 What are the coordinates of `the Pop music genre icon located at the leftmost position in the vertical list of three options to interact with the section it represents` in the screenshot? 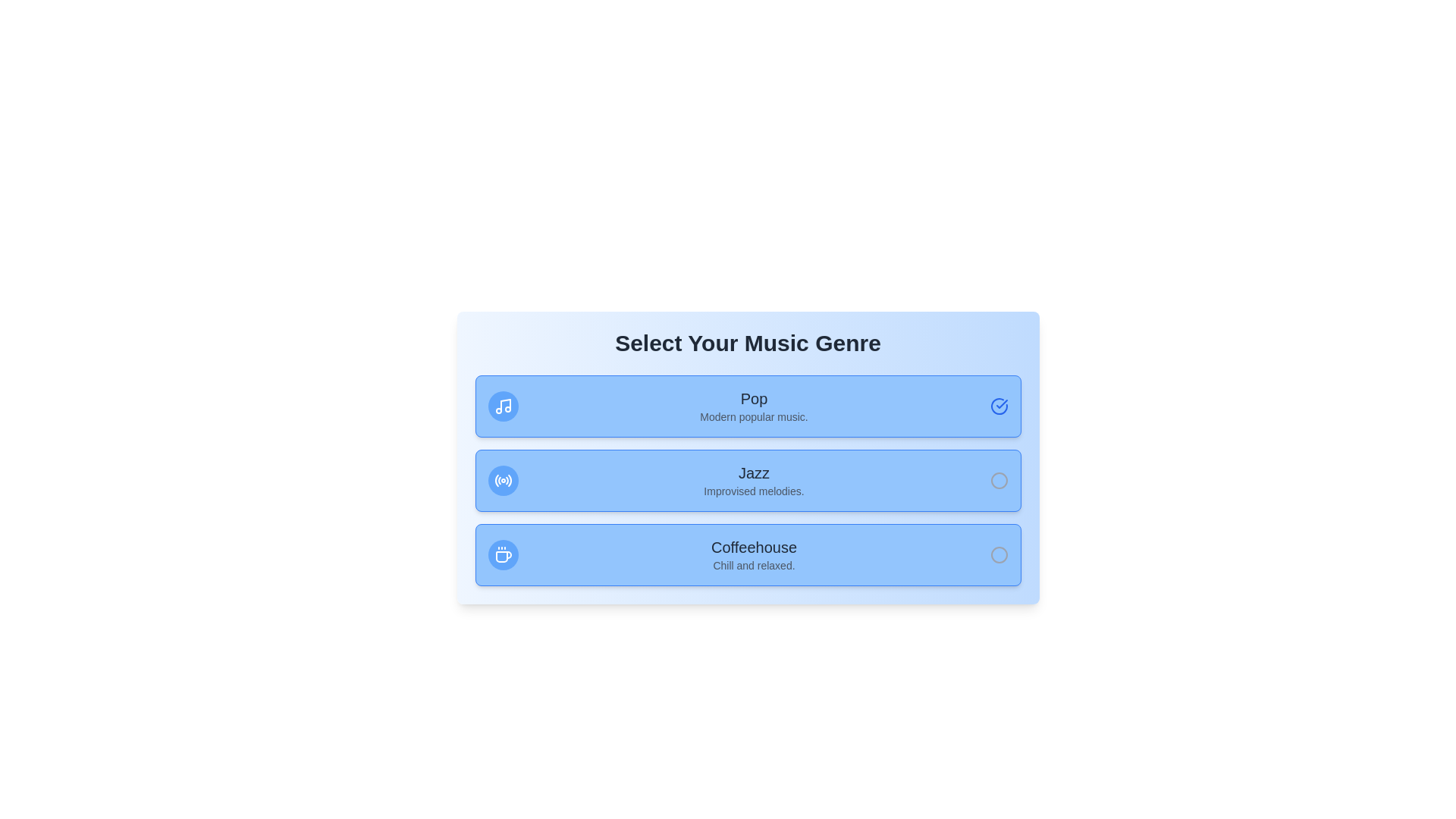 It's located at (503, 406).